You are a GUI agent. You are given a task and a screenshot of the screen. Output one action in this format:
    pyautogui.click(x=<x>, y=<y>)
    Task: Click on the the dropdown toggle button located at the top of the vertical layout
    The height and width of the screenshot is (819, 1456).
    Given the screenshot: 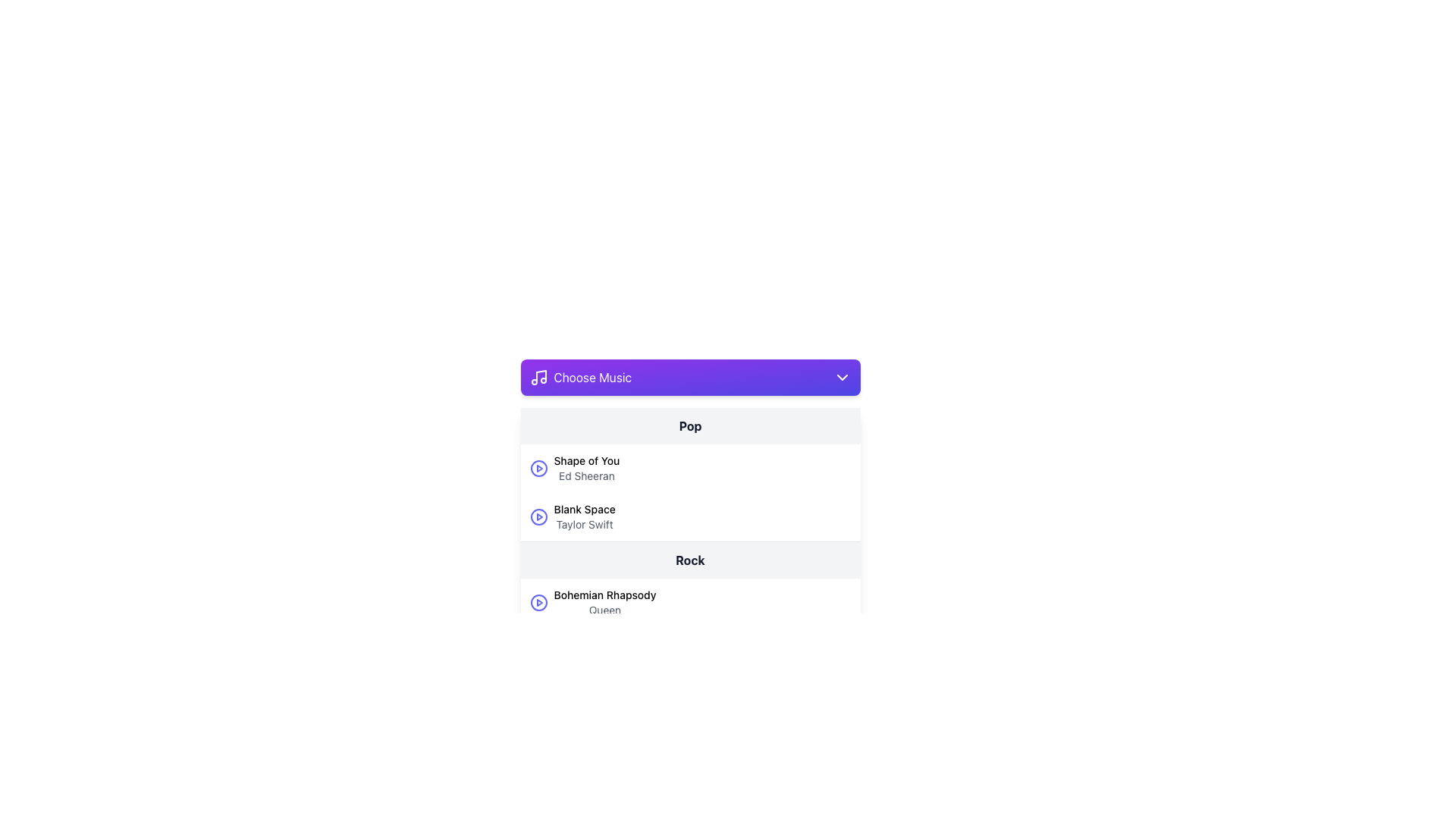 What is the action you would take?
    pyautogui.click(x=689, y=376)
    